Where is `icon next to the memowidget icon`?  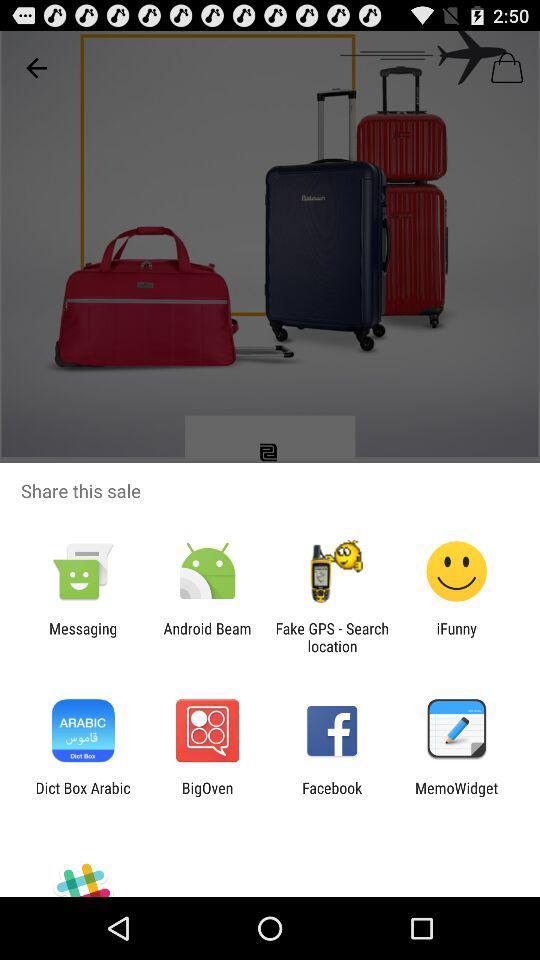 icon next to the memowidget icon is located at coordinates (332, 796).